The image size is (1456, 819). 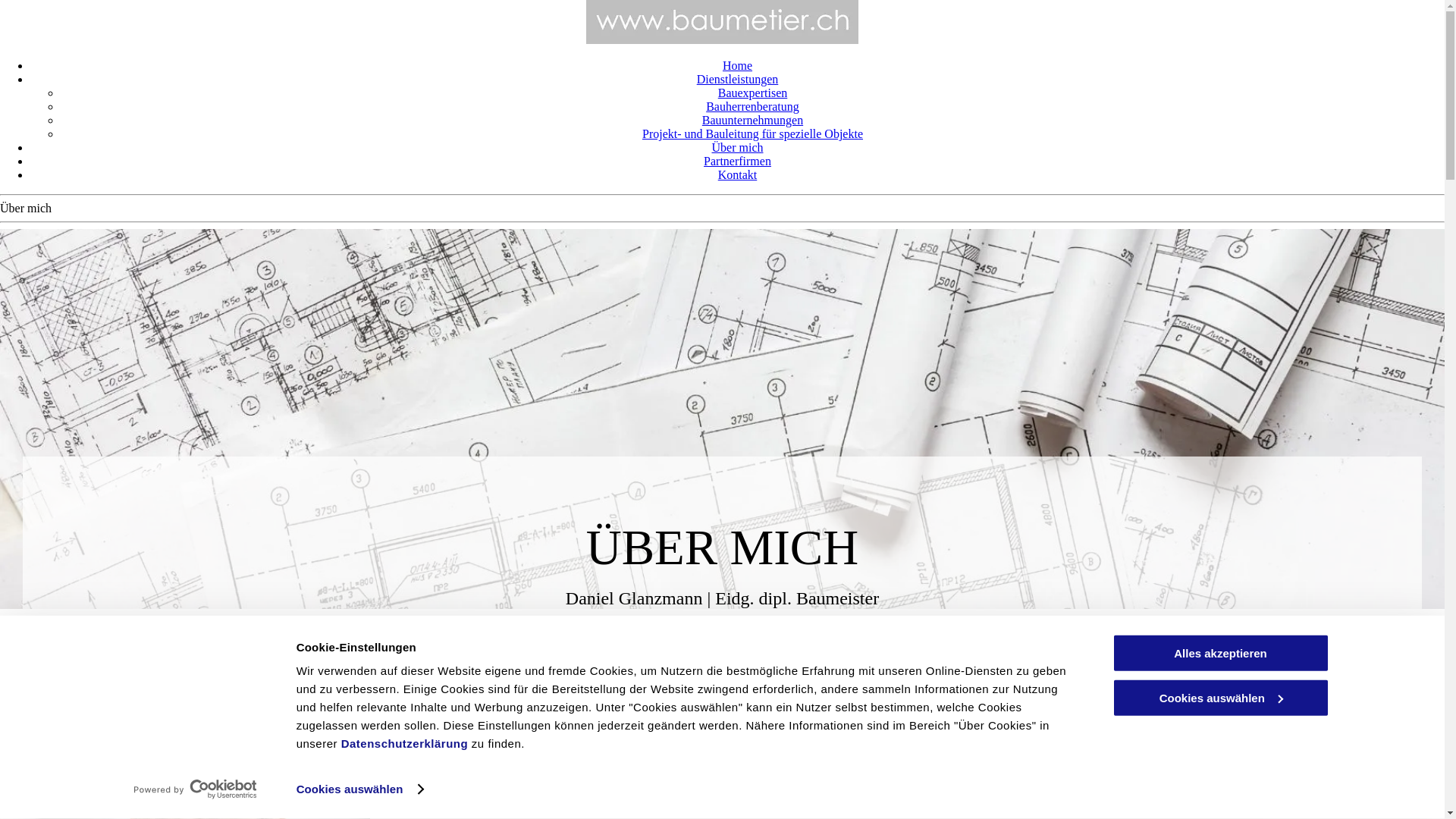 What do you see at coordinates (738, 174) in the screenshot?
I see `'Kontakt'` at bounding box center [738, 174].